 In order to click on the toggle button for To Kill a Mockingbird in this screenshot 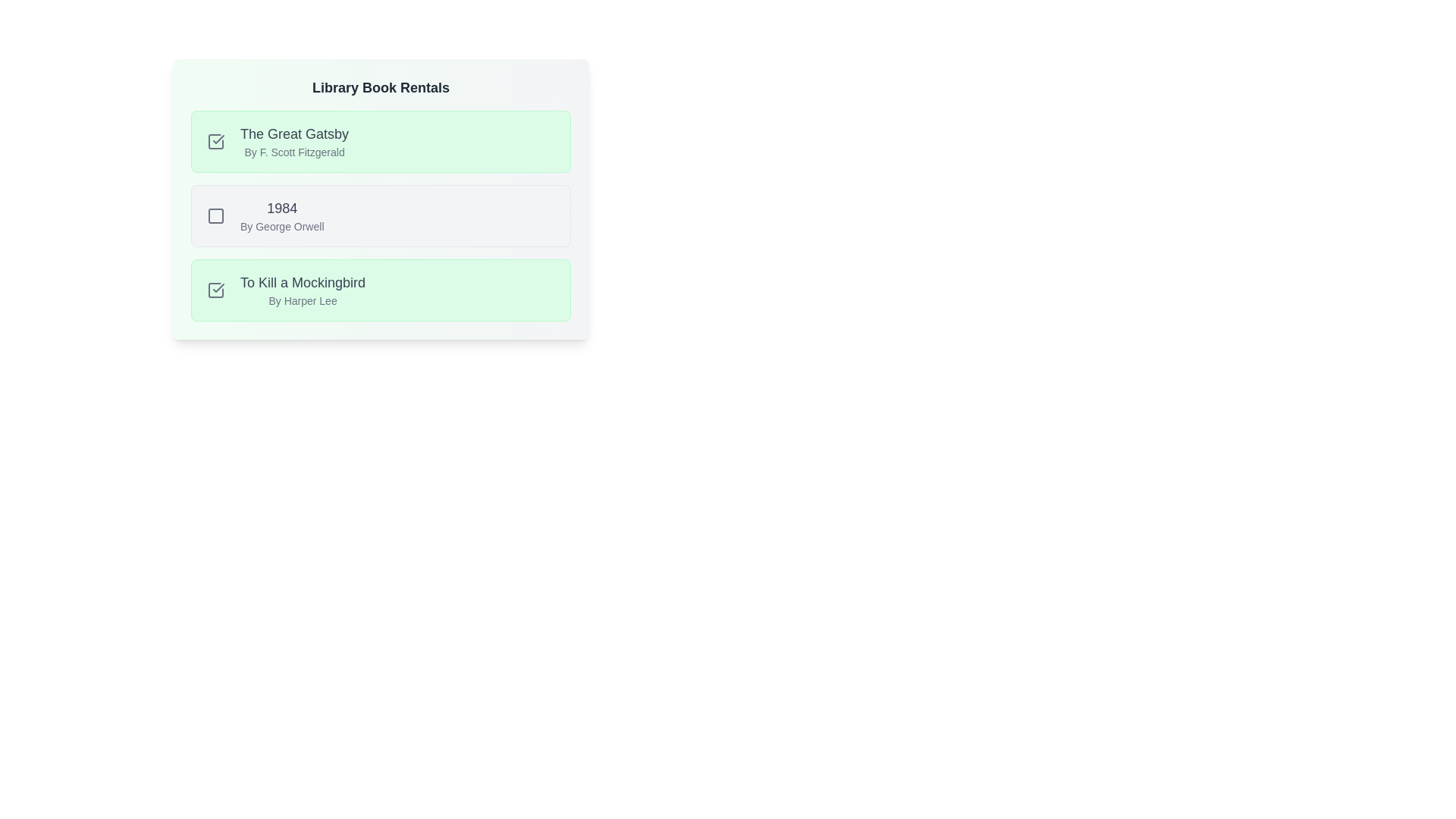, I will do `click(215, 290)`.